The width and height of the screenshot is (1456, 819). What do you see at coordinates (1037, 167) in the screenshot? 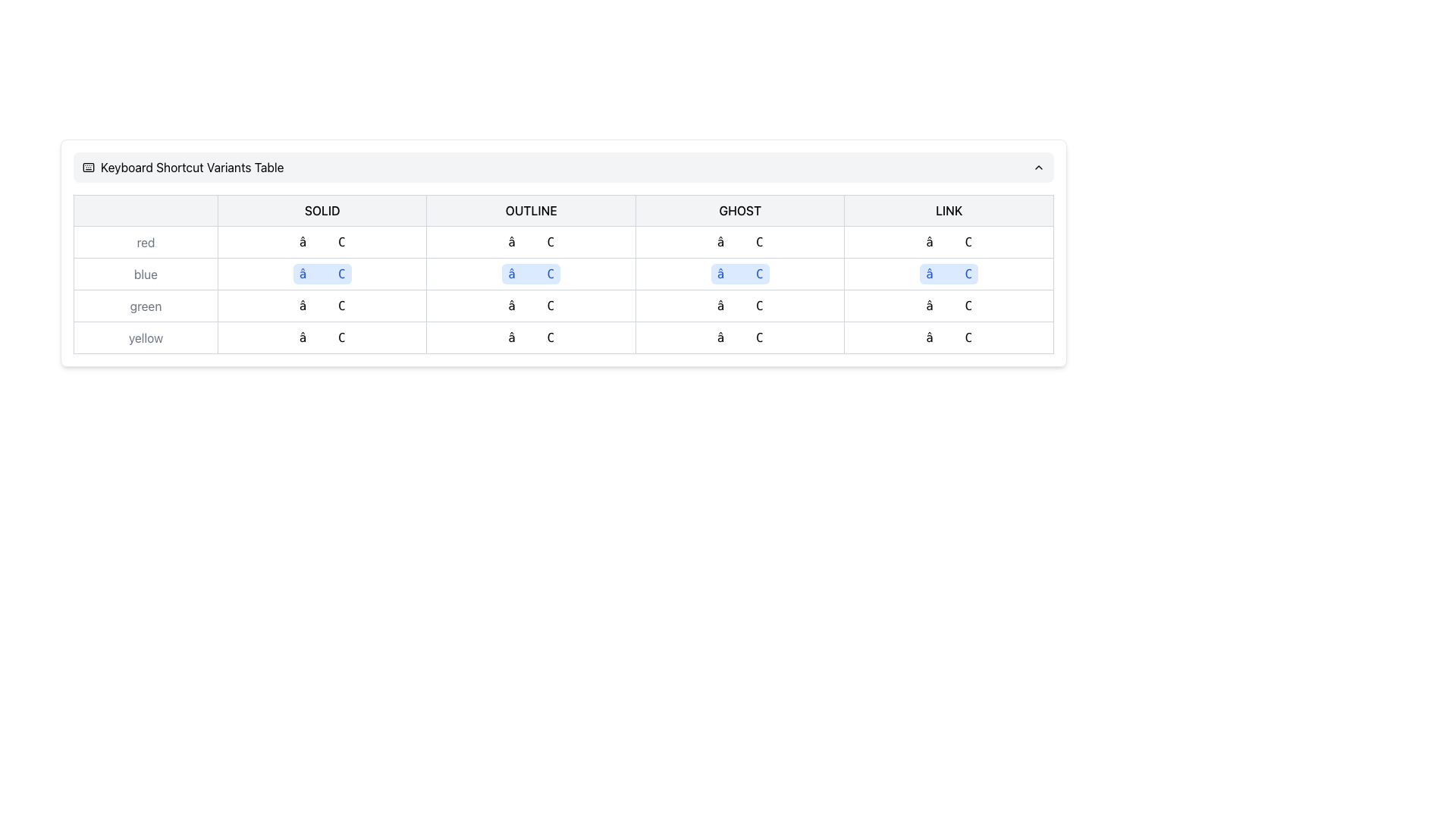
I see `the Chevron-Up icon located at the upper-right corner of the 'Keyboard Shortcut Variants Table'` at bounding box center [1037, 167].